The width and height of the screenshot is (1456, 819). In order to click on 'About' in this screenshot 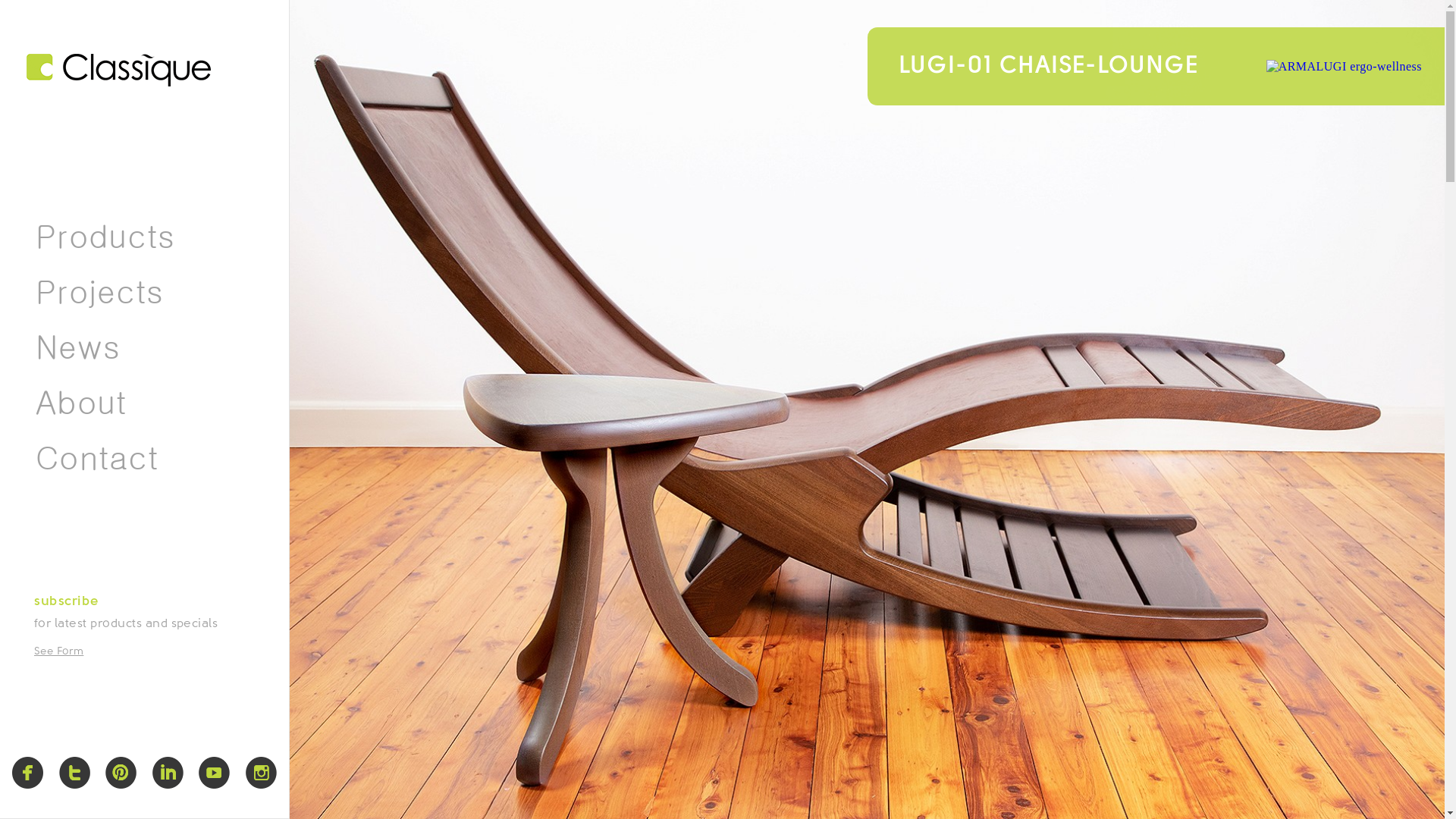, I will do `click(80, 402)`.